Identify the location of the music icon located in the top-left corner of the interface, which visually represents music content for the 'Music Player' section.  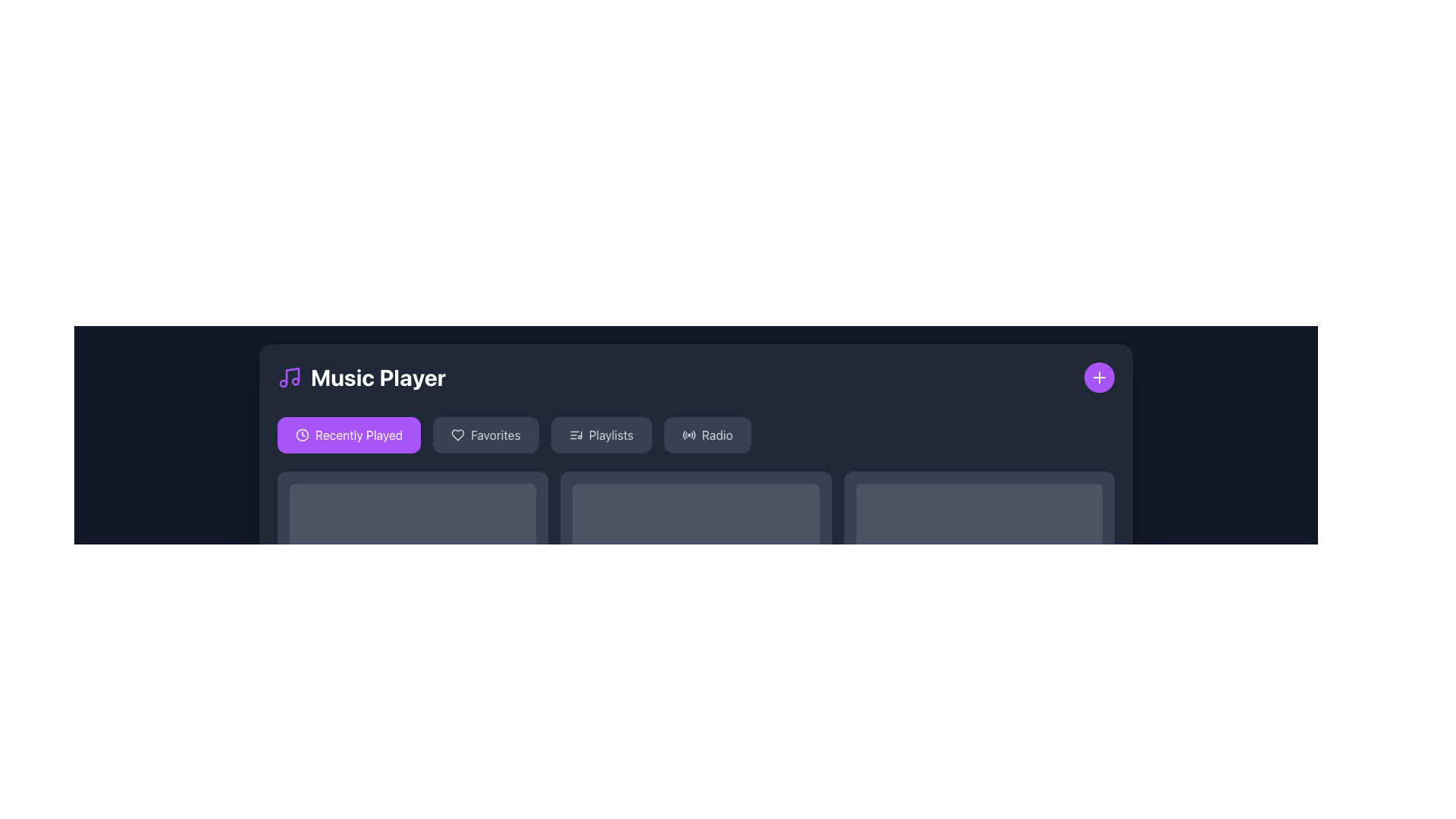
(290, 376).